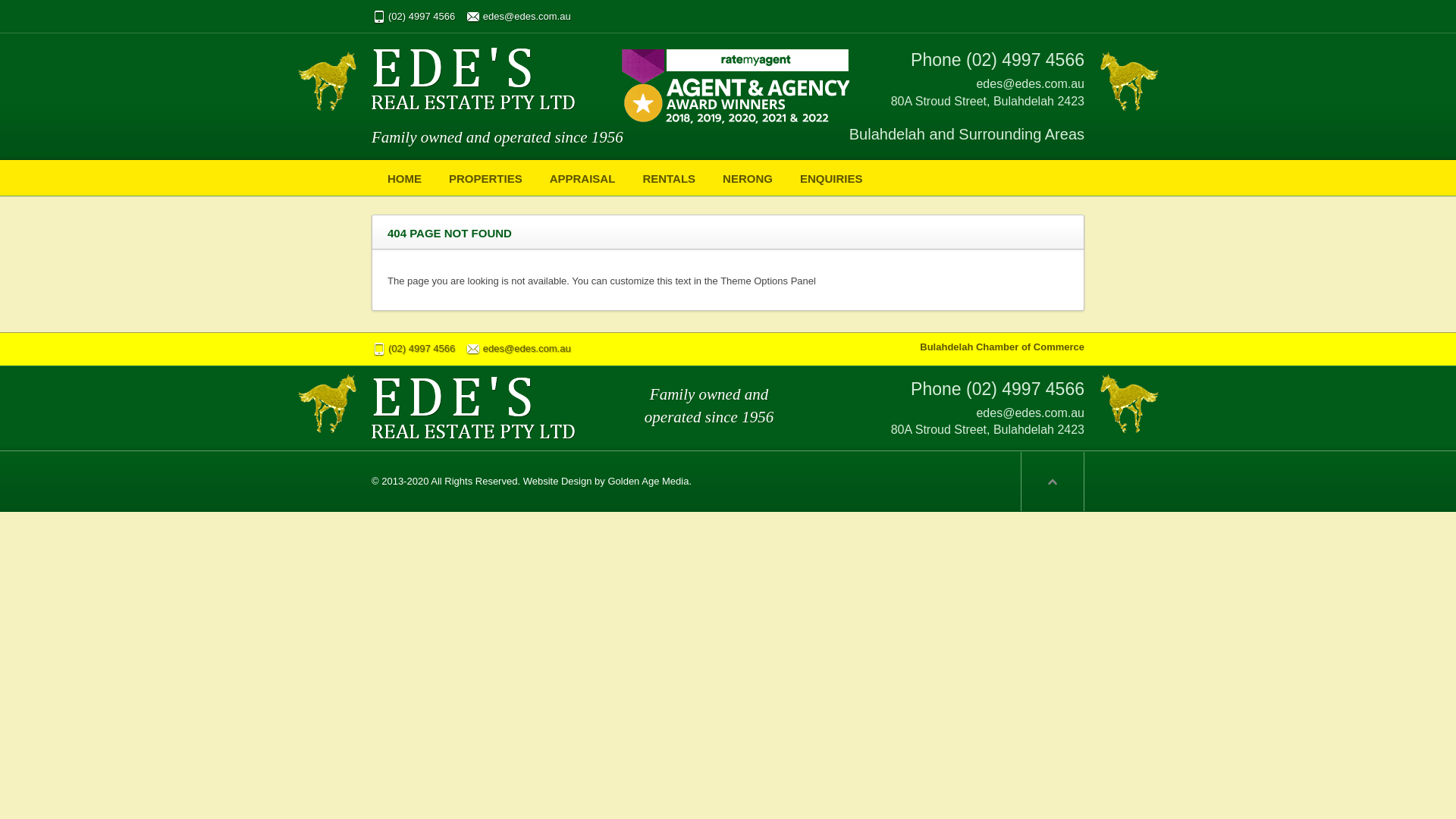 Image resolution: width=1456 pixels, height=819 pixels. Describe the element at coordinates (518, 348) in the screenshot. I see `'edes@edes.com.au'` at that location.